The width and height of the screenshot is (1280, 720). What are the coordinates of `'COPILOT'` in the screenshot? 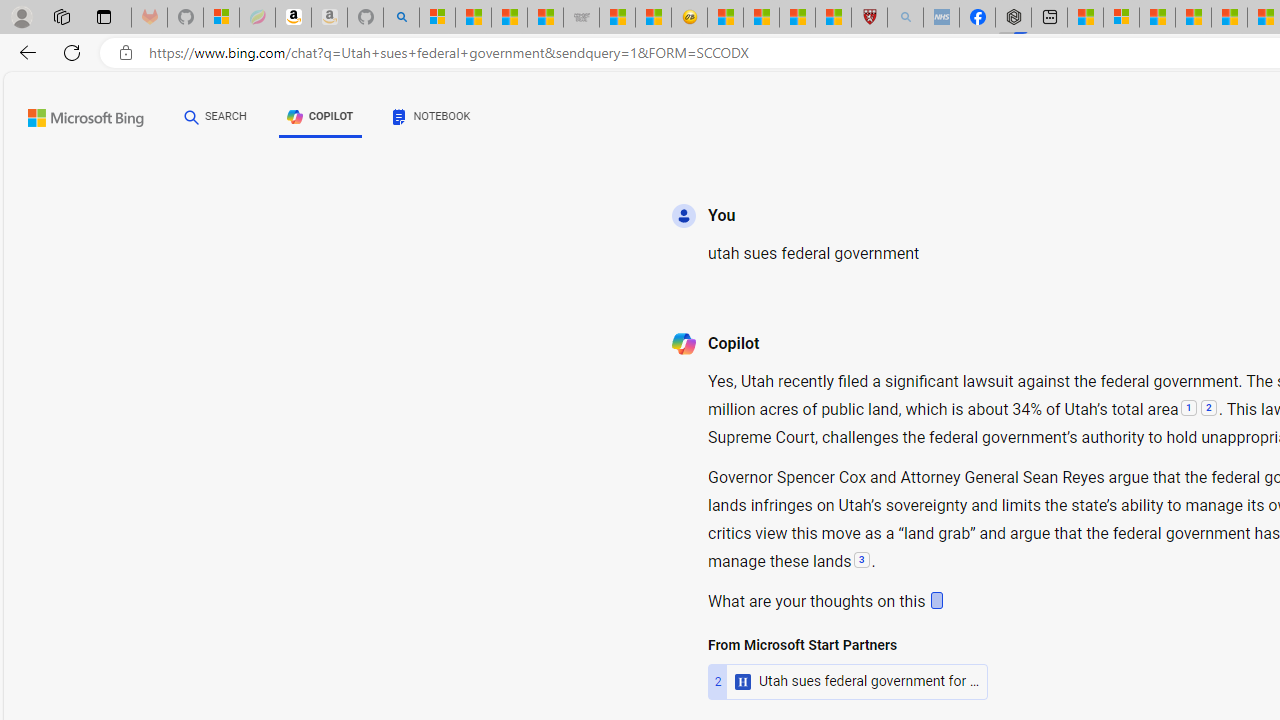 It's located at (320, 120).